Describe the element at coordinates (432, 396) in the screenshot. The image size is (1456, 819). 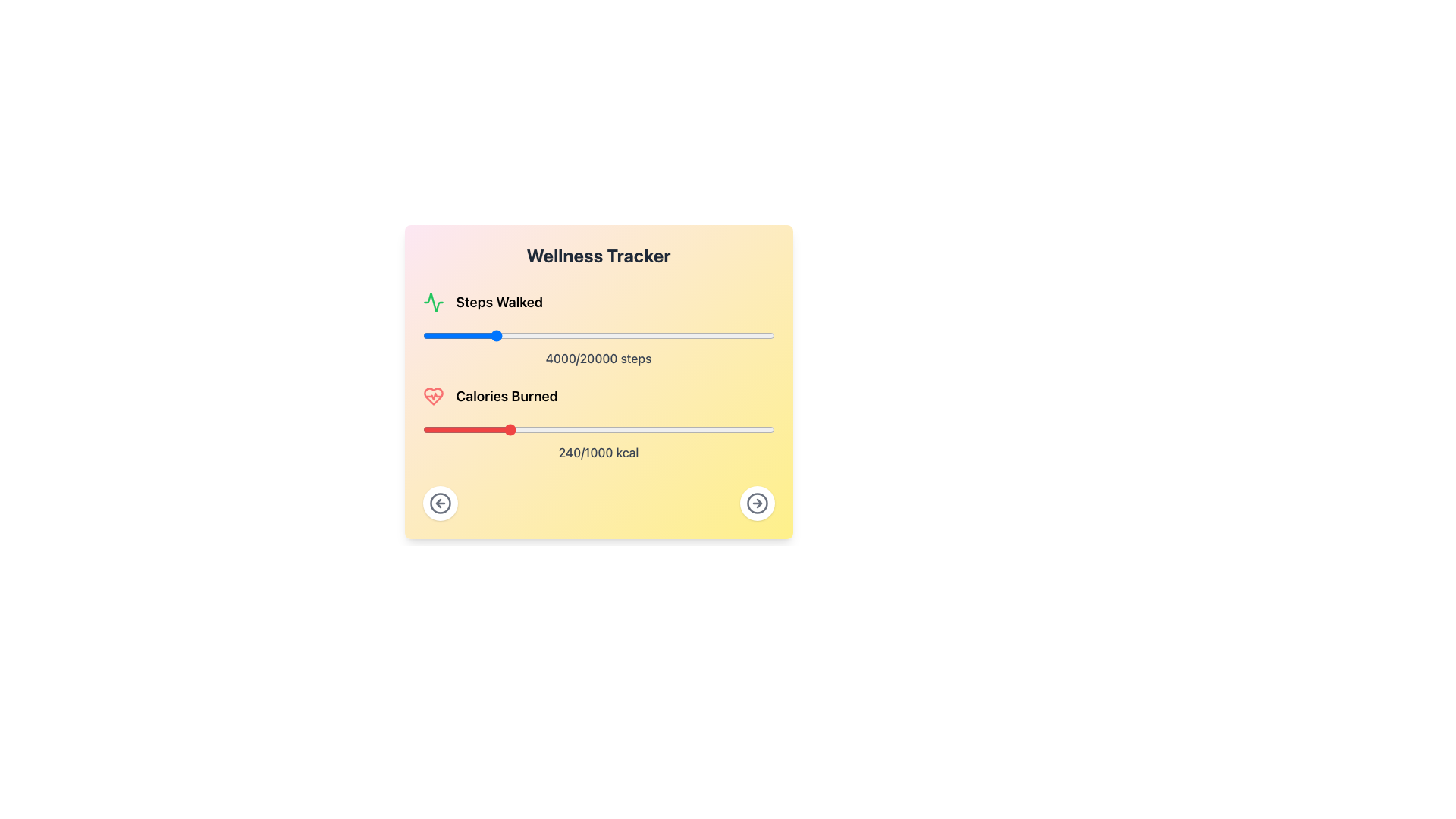
I see `the calorie tracking icon located to the left of the 'Calories Burned' text in the 'Wellness Tracker' interface` at that location.